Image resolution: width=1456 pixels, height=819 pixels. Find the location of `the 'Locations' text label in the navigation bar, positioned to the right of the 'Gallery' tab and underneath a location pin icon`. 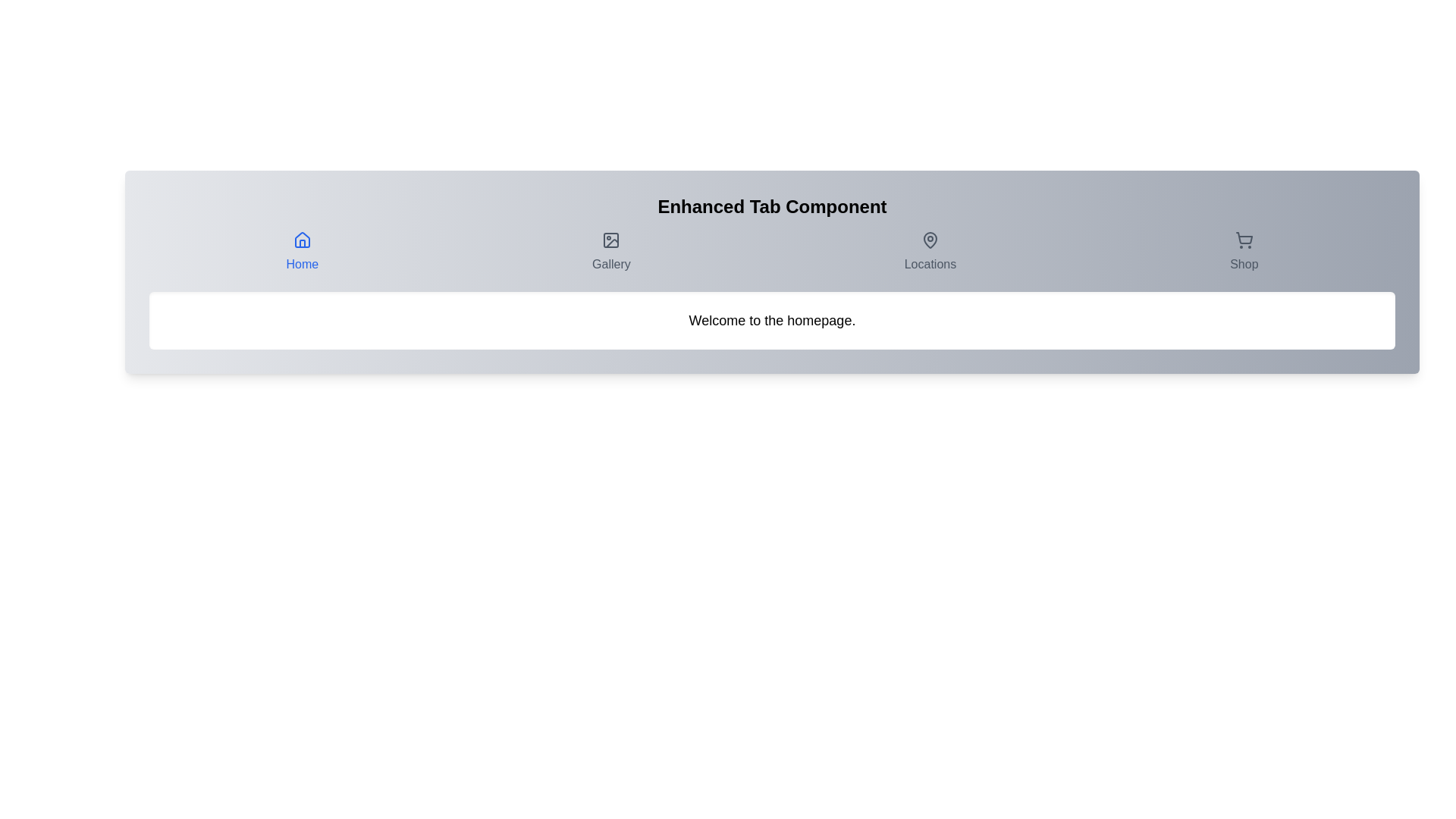

the 'Locations' text label in the navigation bar, positioned to the right of the 'Gallery' tab and underneath a location pin icon is located at coordinates (929, 263).